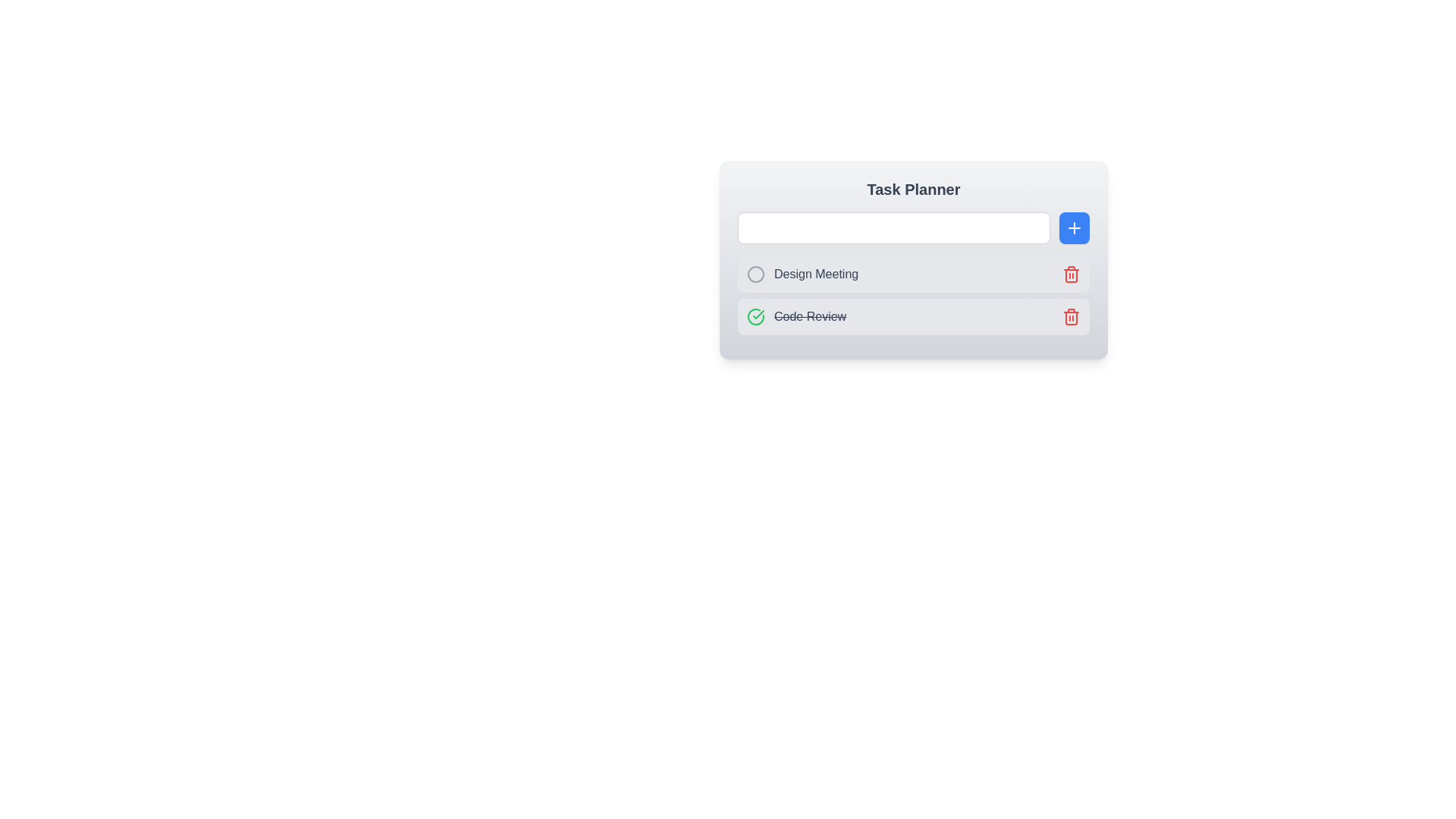 This screenshot has height=819, width=1456. I want to click on the green checkmark icon indicating success next to the 'Code Review' item in the task list, so click(758, 314).